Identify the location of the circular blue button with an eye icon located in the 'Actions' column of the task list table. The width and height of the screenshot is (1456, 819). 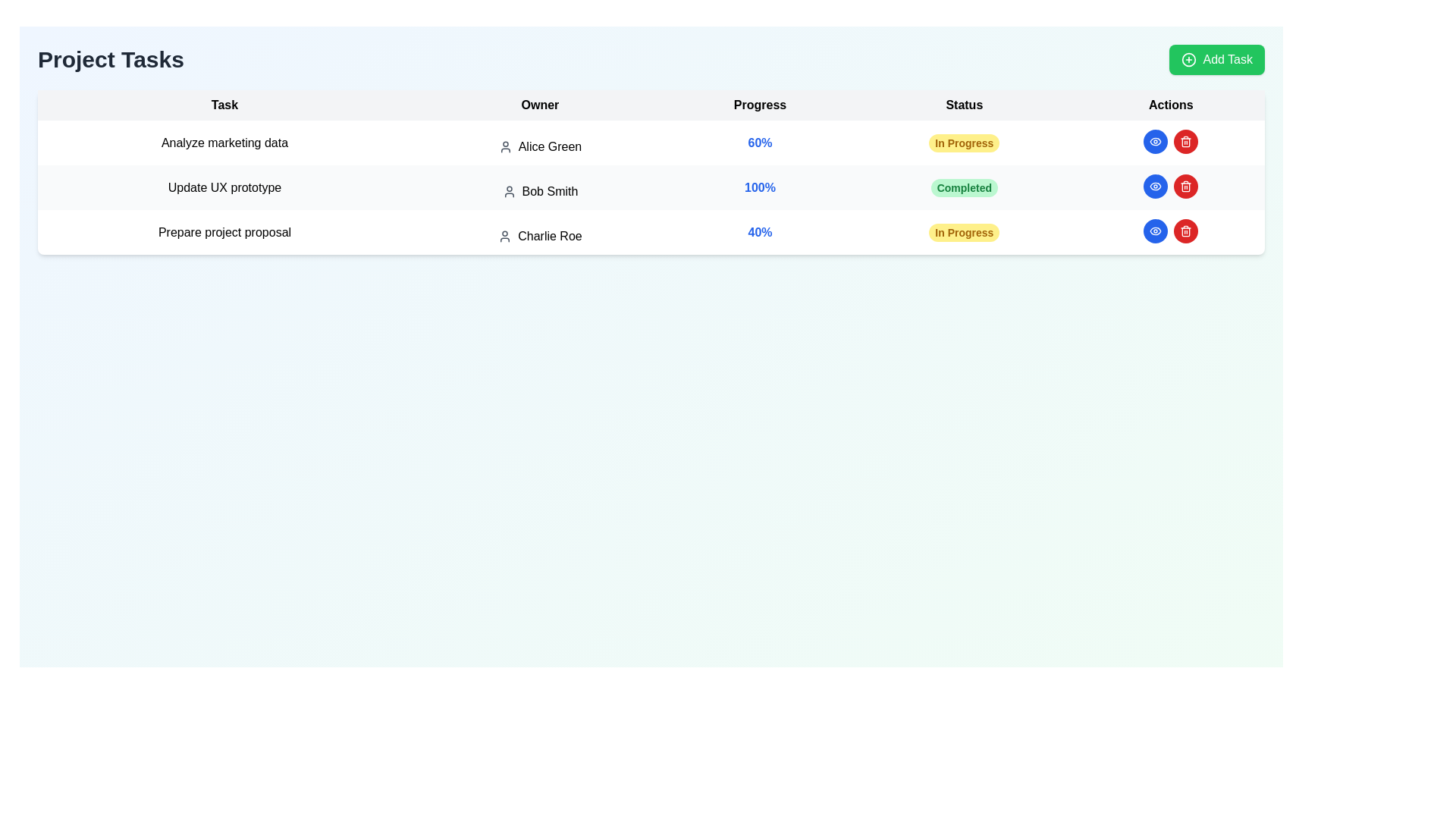
(1155, 186).